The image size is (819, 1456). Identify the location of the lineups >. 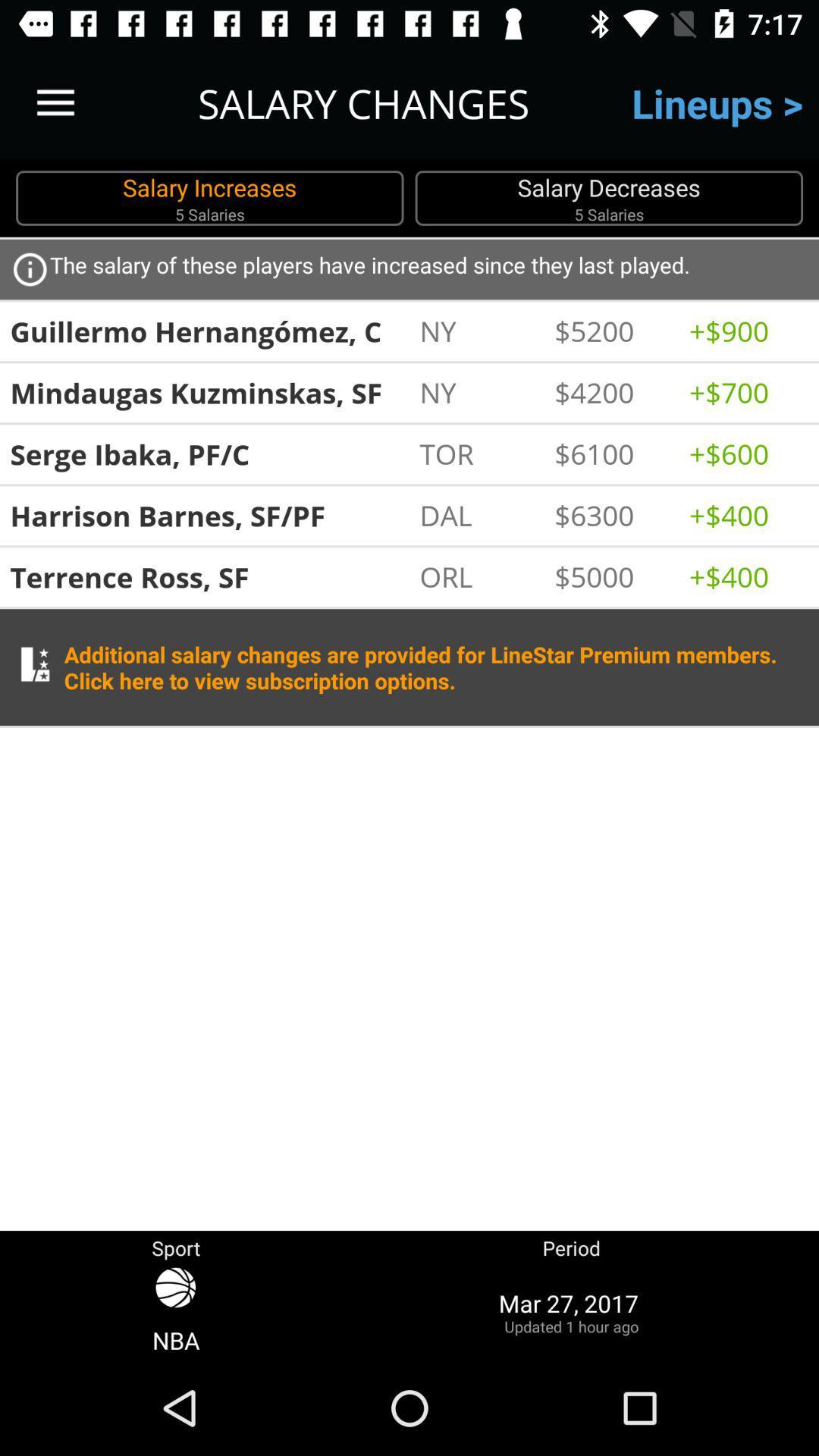
(717, 102).